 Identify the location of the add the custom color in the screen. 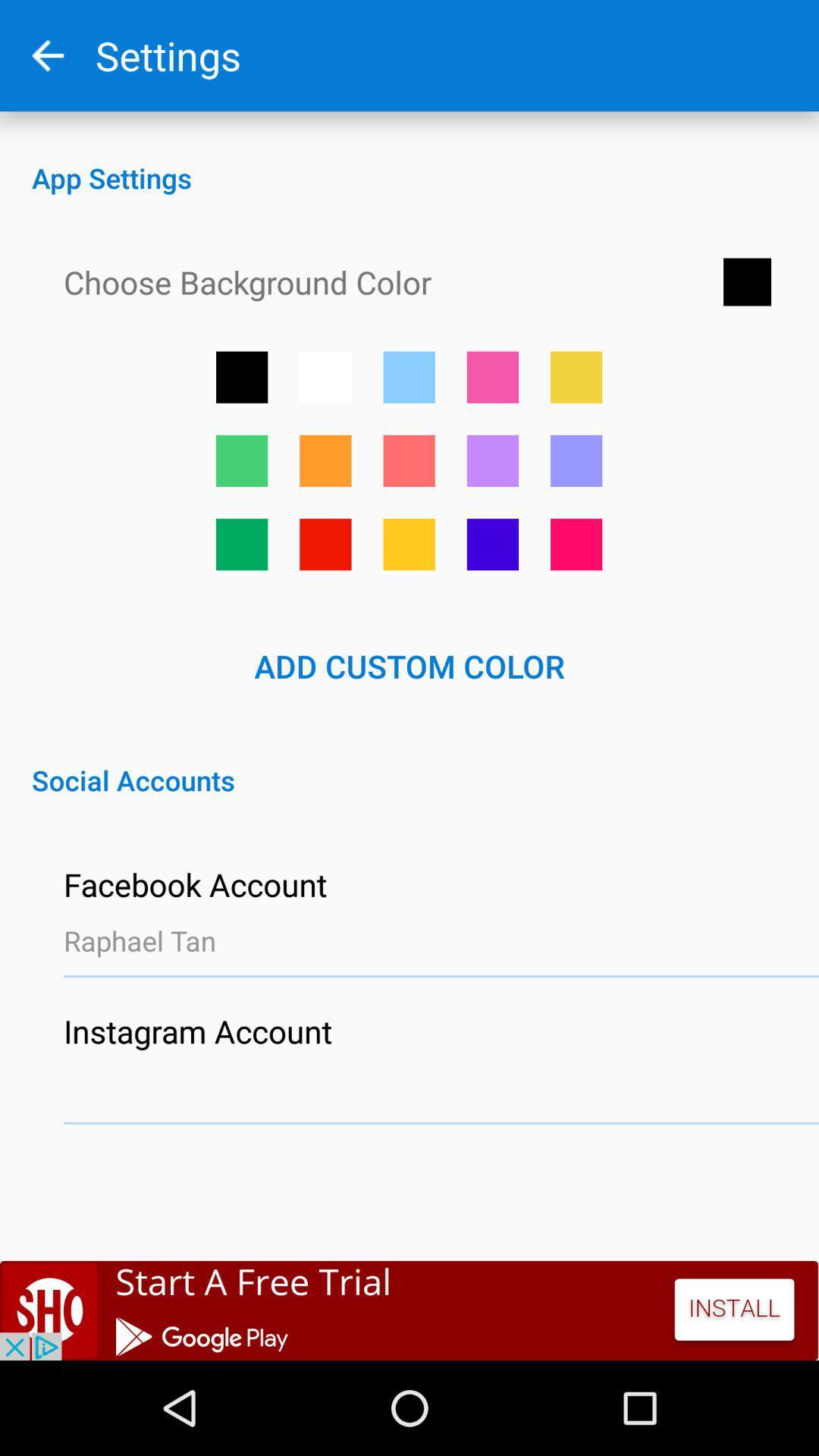
(492, 377).